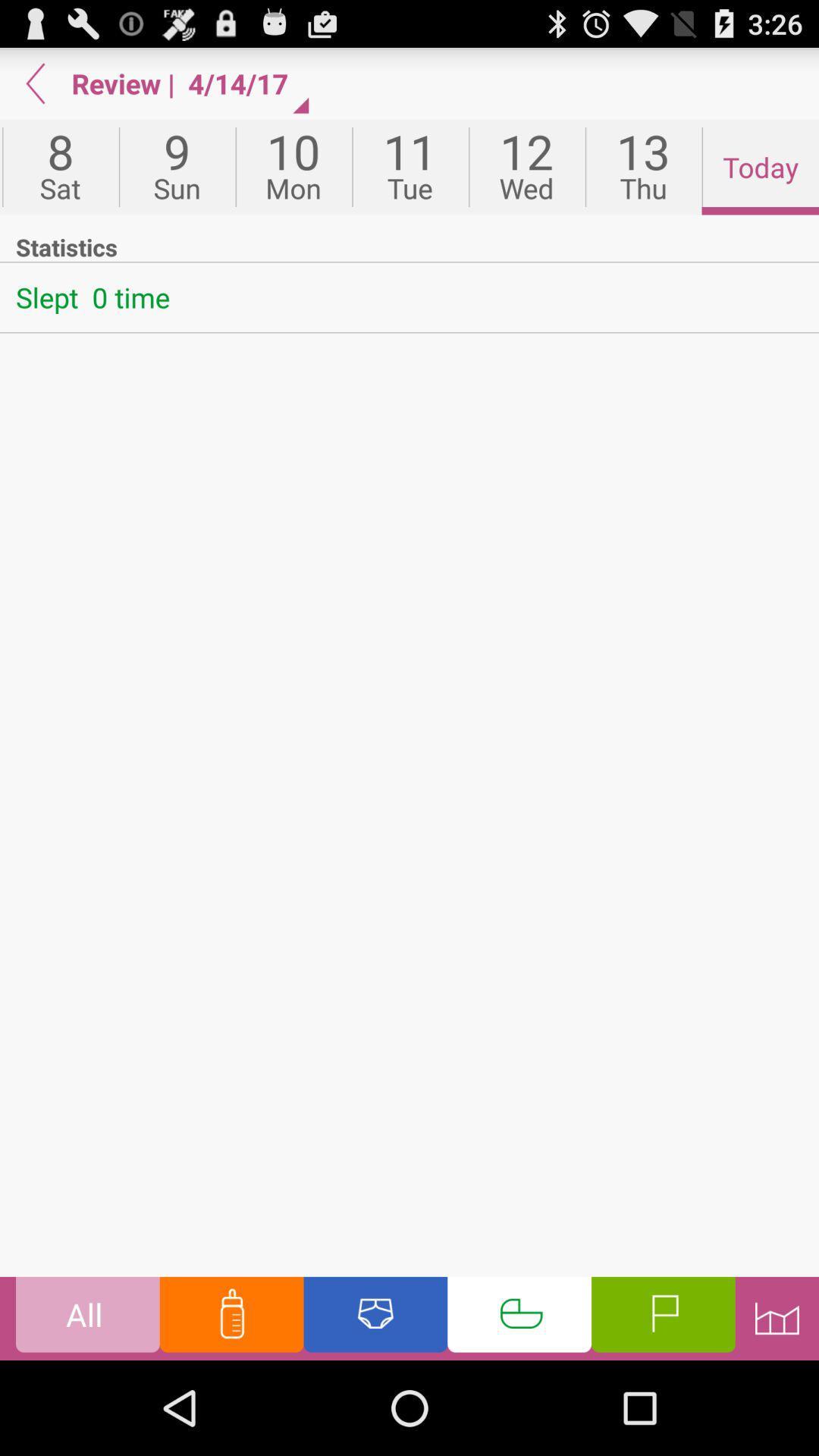  Describe the element at coordinates (777, 1317) in the screenshot. I see `graphs` at that location.